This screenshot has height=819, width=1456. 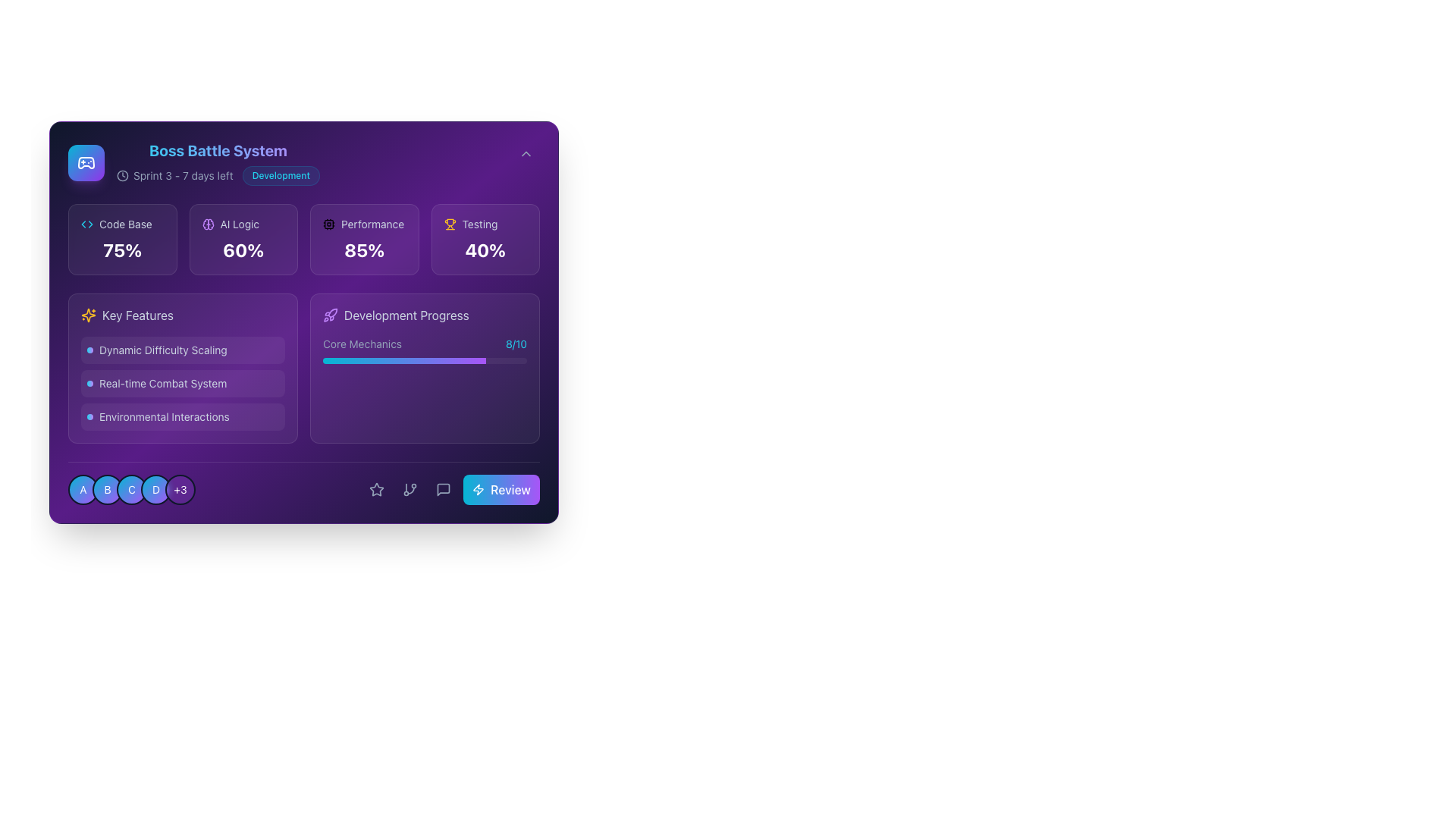 What do you see at coordinates (449, 224) in the screenshot?
I see `the amber trophy icon located immediately to the left of the 'Testing' label at the top-right section of the interface` at bounding box center [449, 224].